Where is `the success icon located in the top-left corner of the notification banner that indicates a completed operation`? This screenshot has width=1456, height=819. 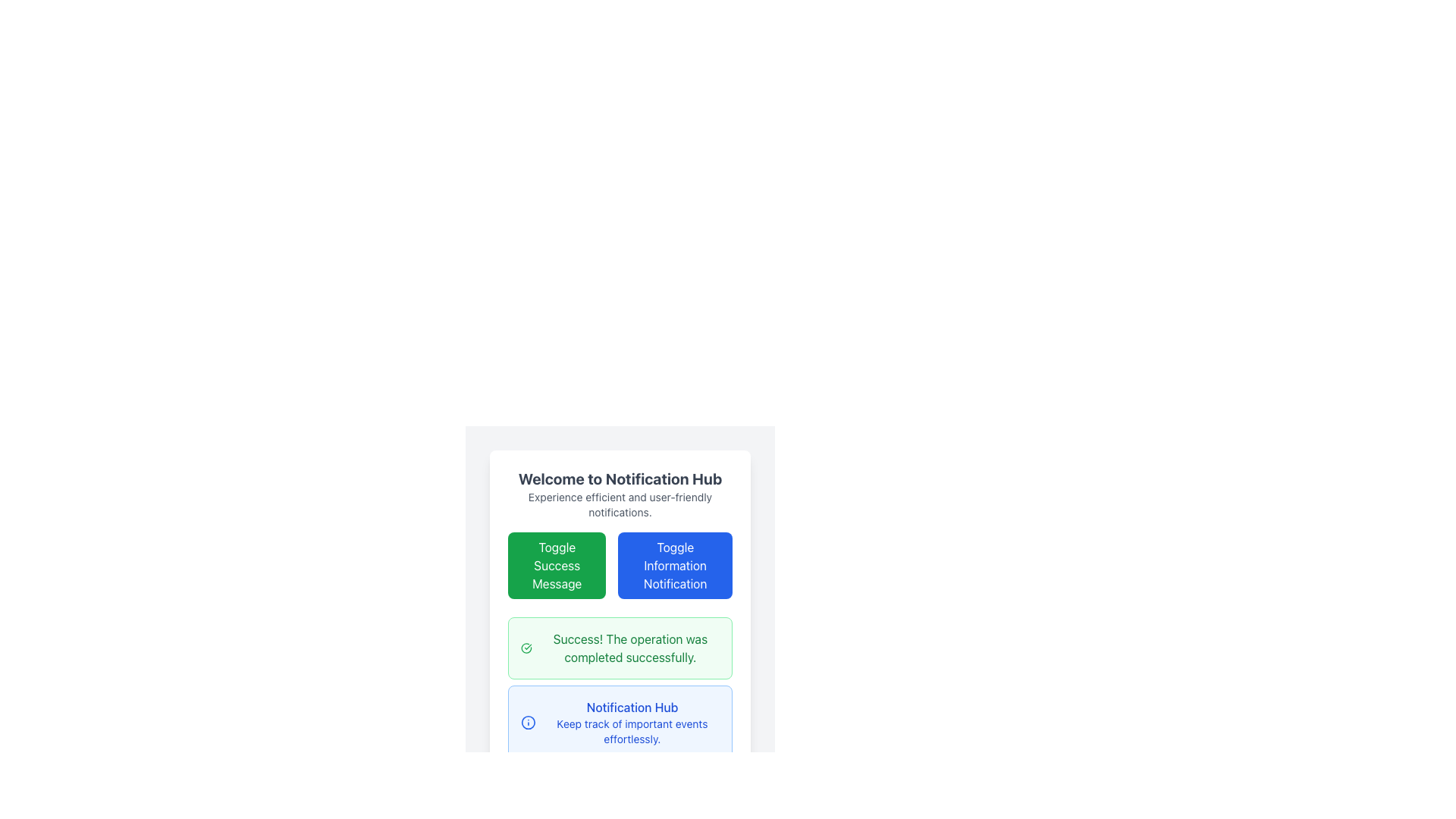 the success icon located in the top-left corner of the notification banner that indicates a completed operation is located at coordinates (526, 648).